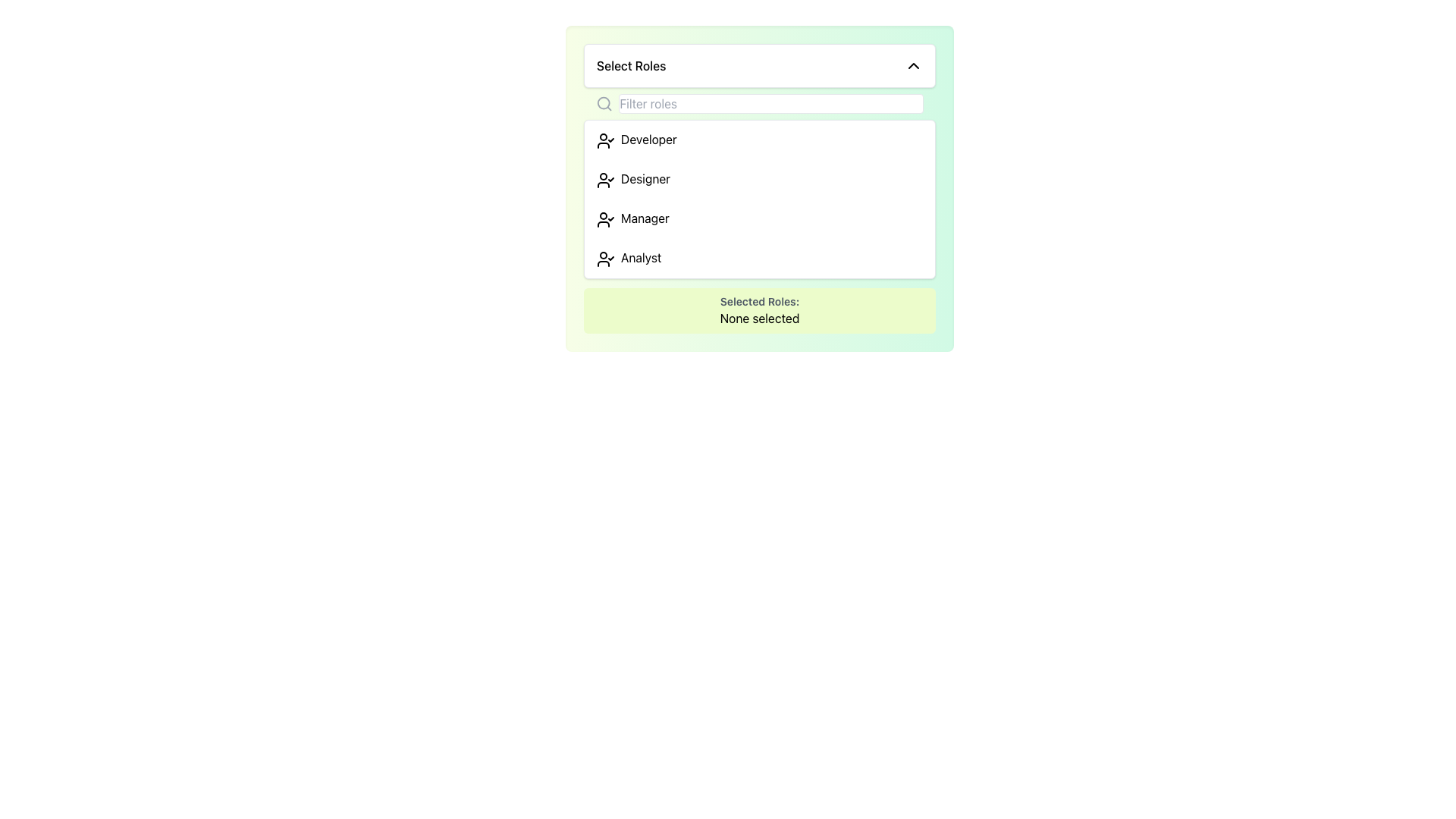 The height and width of the screenshot is (819, 1456). What do you see at coordinates (633, 178) in the screenshot?
I see `the 'Designer' text label, which is located next to a user icon with a checkmark in a dropdown menu of role options` at bounding box center [633, 178].